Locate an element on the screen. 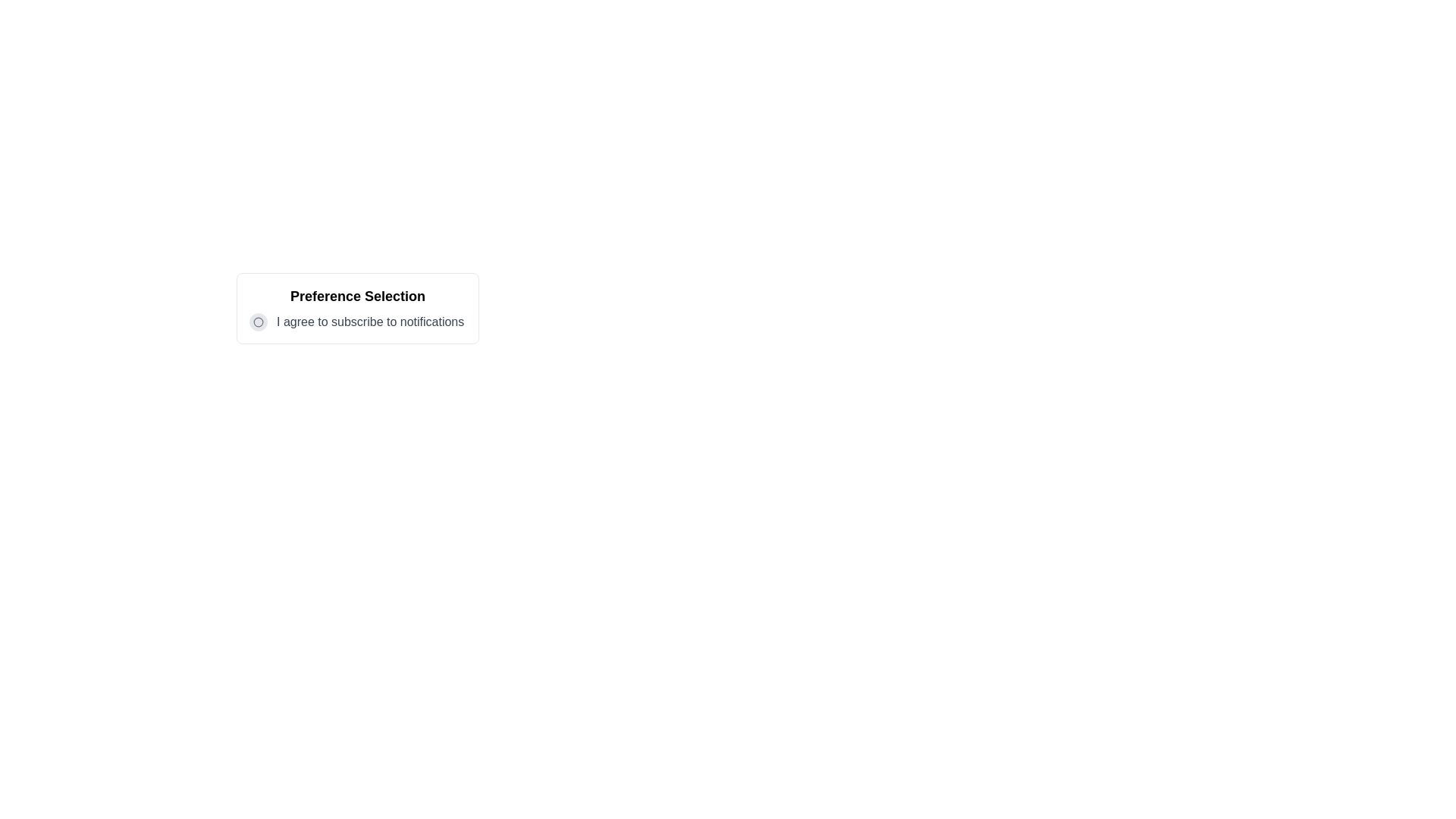 This screenshot has width=1456, height=819. the checkbox in the Checkbox Label Pair for subscription notifications located below the 'Preference Selection' title is located at coordinates (356, 321).